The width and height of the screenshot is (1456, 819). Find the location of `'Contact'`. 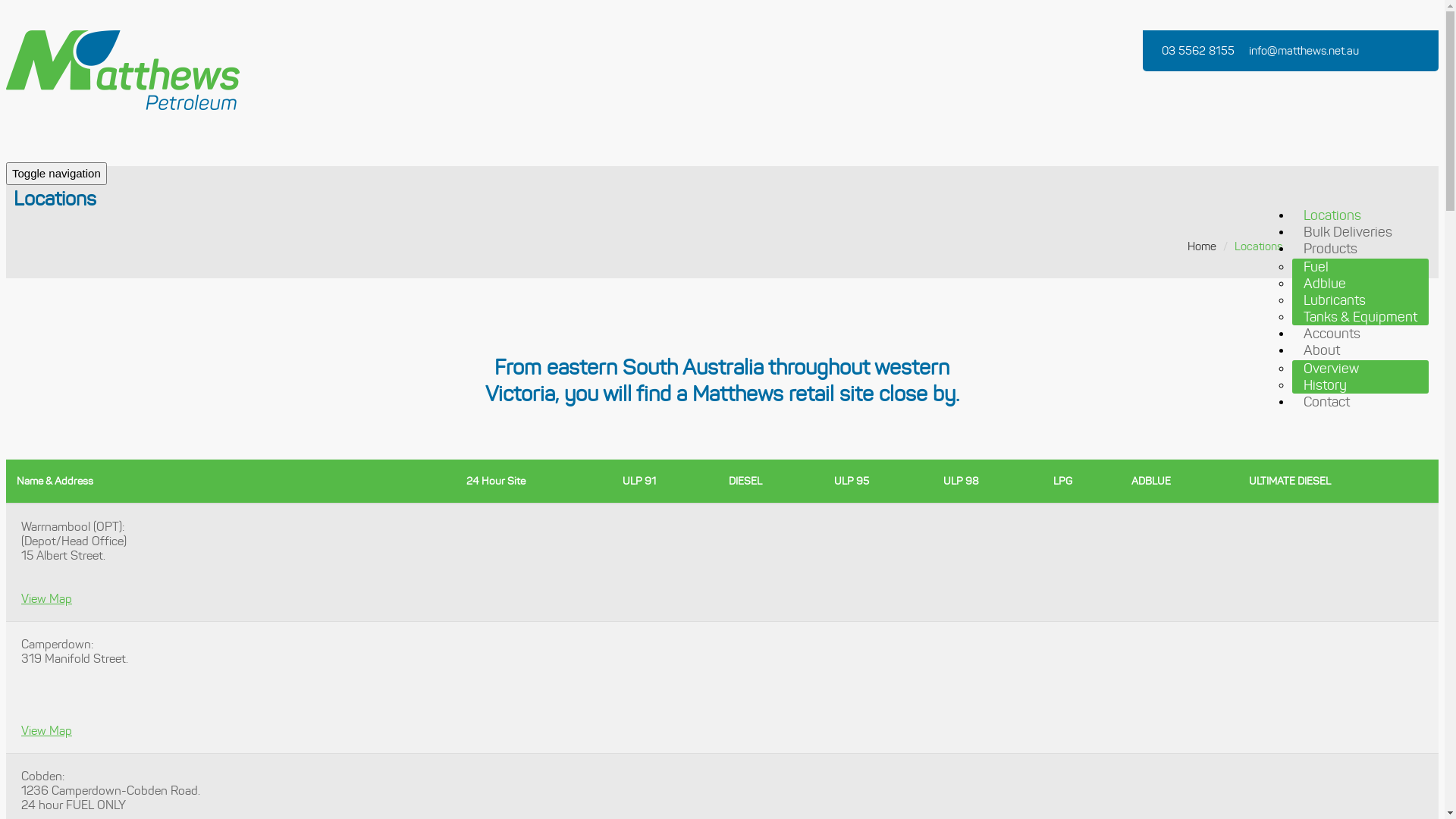

'Contact' is located at coordinates (1326, 400).